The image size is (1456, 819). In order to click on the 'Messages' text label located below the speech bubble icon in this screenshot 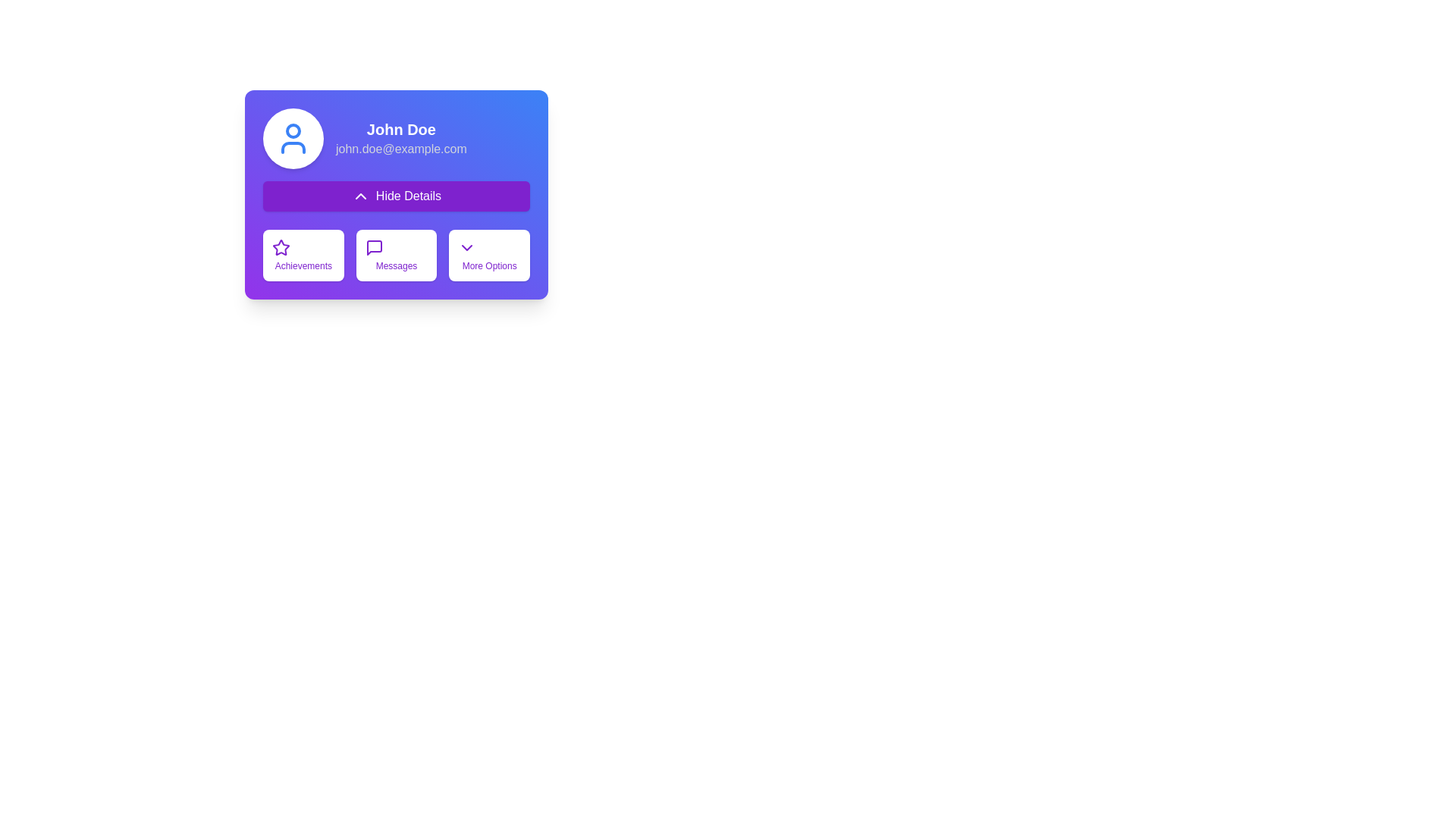, I will do `click(397, 265)`.